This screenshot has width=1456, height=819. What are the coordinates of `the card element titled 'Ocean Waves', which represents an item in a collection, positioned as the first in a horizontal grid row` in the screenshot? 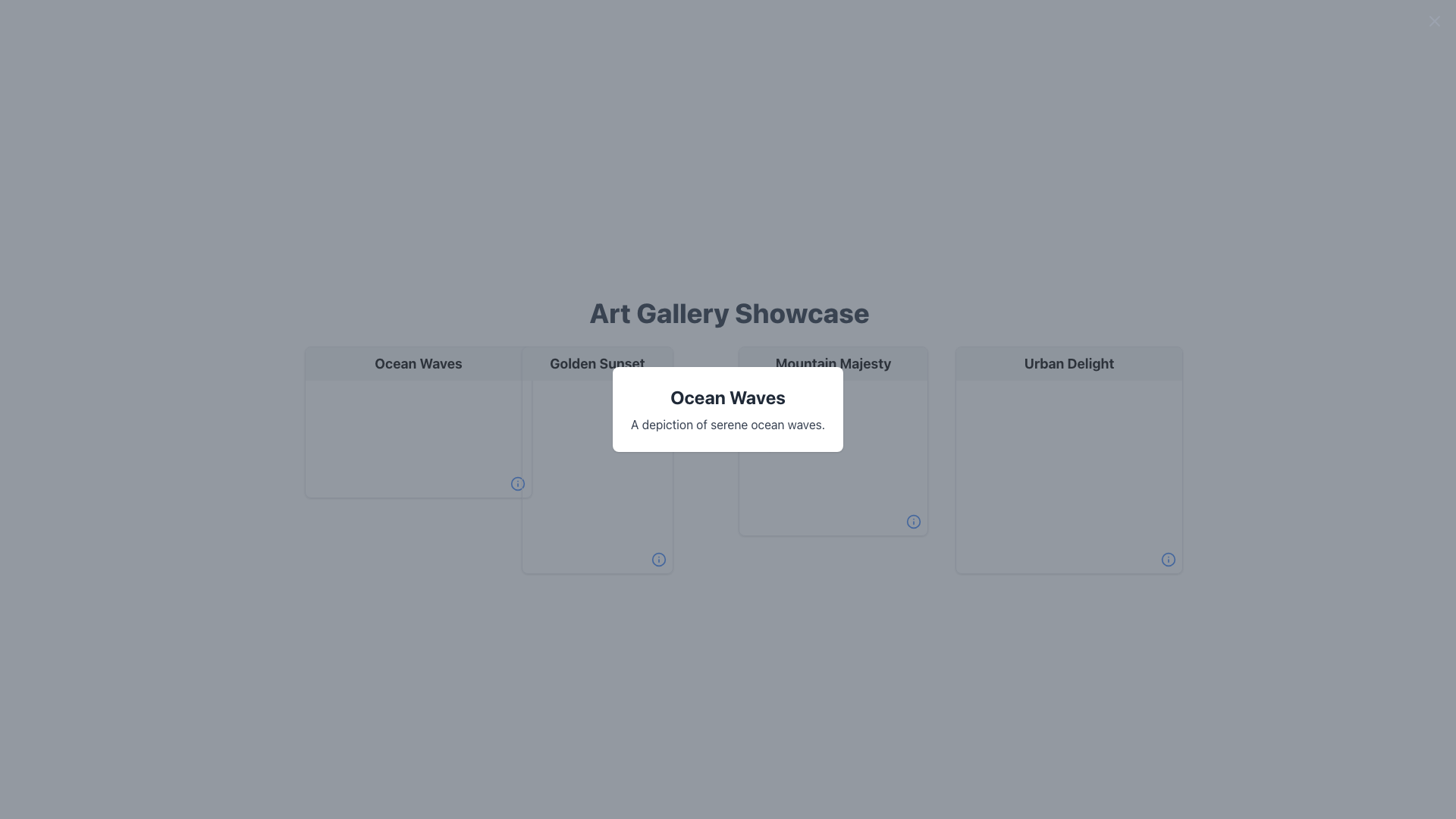 It's located at (419, 422).